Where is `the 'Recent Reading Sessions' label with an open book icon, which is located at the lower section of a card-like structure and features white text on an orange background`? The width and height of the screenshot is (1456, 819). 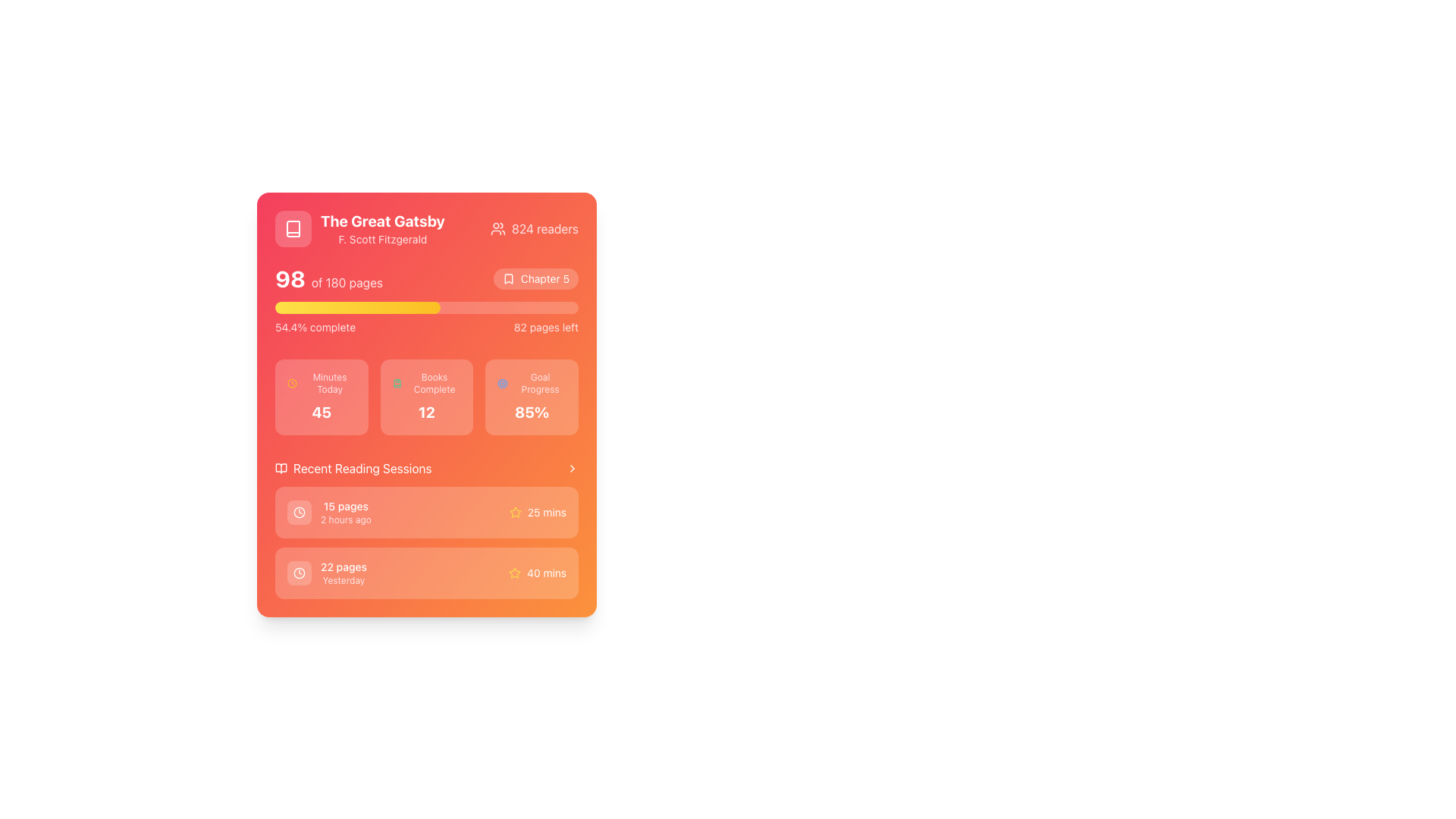
the 'Recent Reading Sessions' label with an open book icon, which is located at the lower section of a card-like structure and features white text on an orange background is located at coordinates (353, 467).